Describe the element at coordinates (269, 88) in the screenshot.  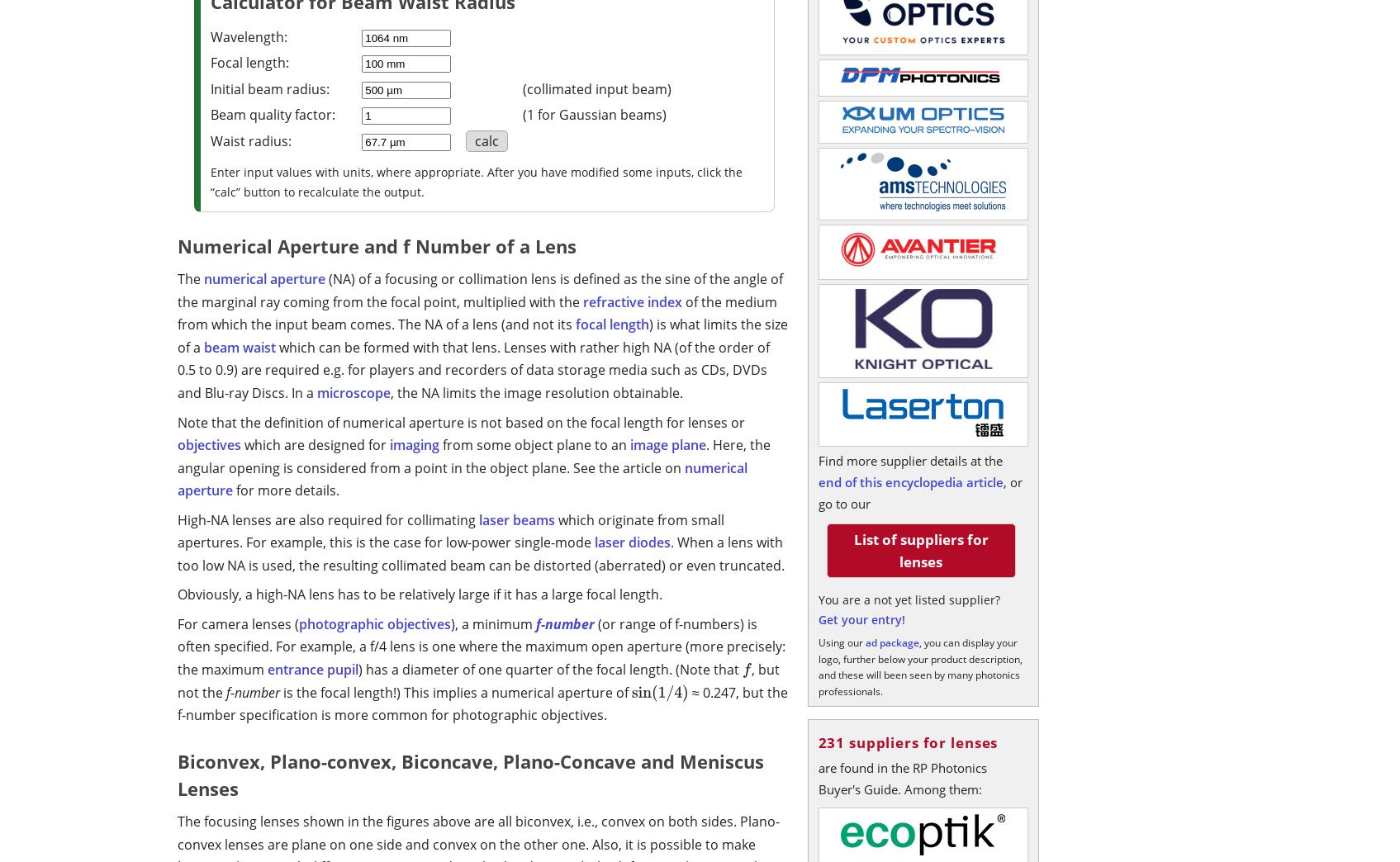
I see `'Initial beam radius:'` at that location.